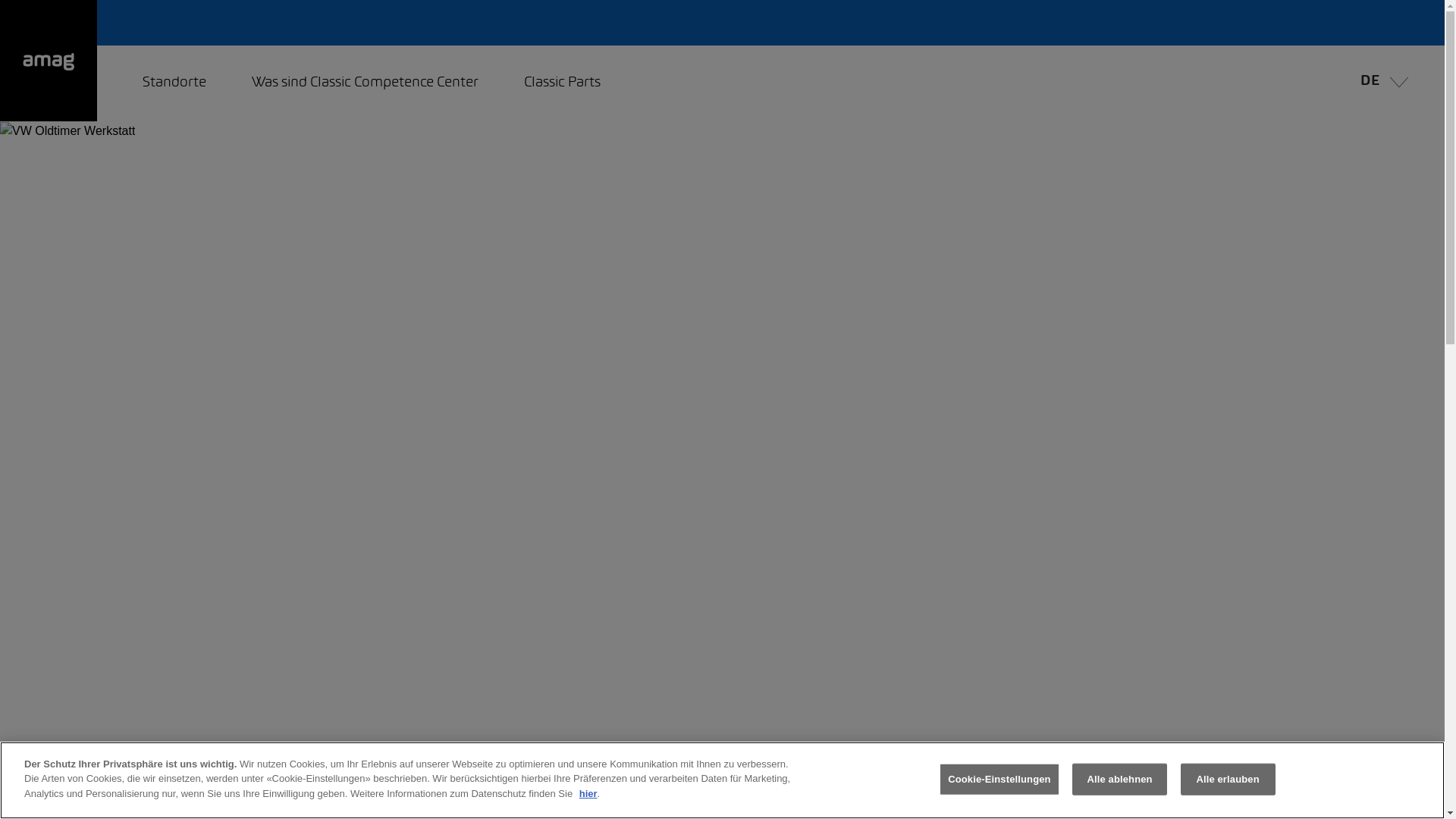 This screenshot has width=1456, height=819. What do you see at coordinates (999, 780) in the screenshot?
I see `'Cookie-Einstellungen'` at bounding box center [999, 780].